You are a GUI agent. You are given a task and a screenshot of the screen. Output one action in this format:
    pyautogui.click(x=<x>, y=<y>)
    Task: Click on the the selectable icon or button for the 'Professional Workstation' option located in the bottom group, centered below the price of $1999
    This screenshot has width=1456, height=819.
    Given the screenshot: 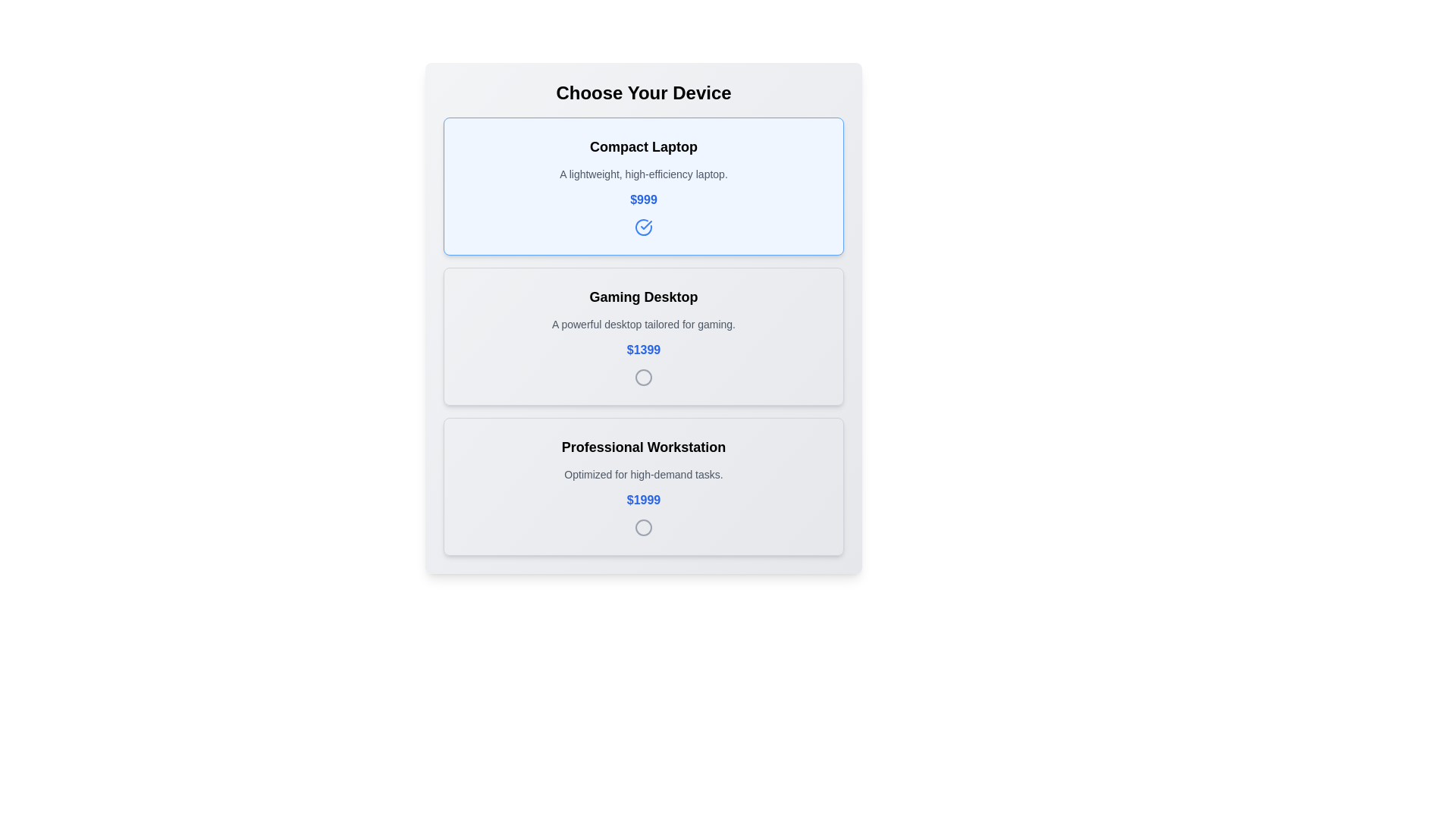 What is the action you would take?
    pyautogui.click(x=644, y=526)
    